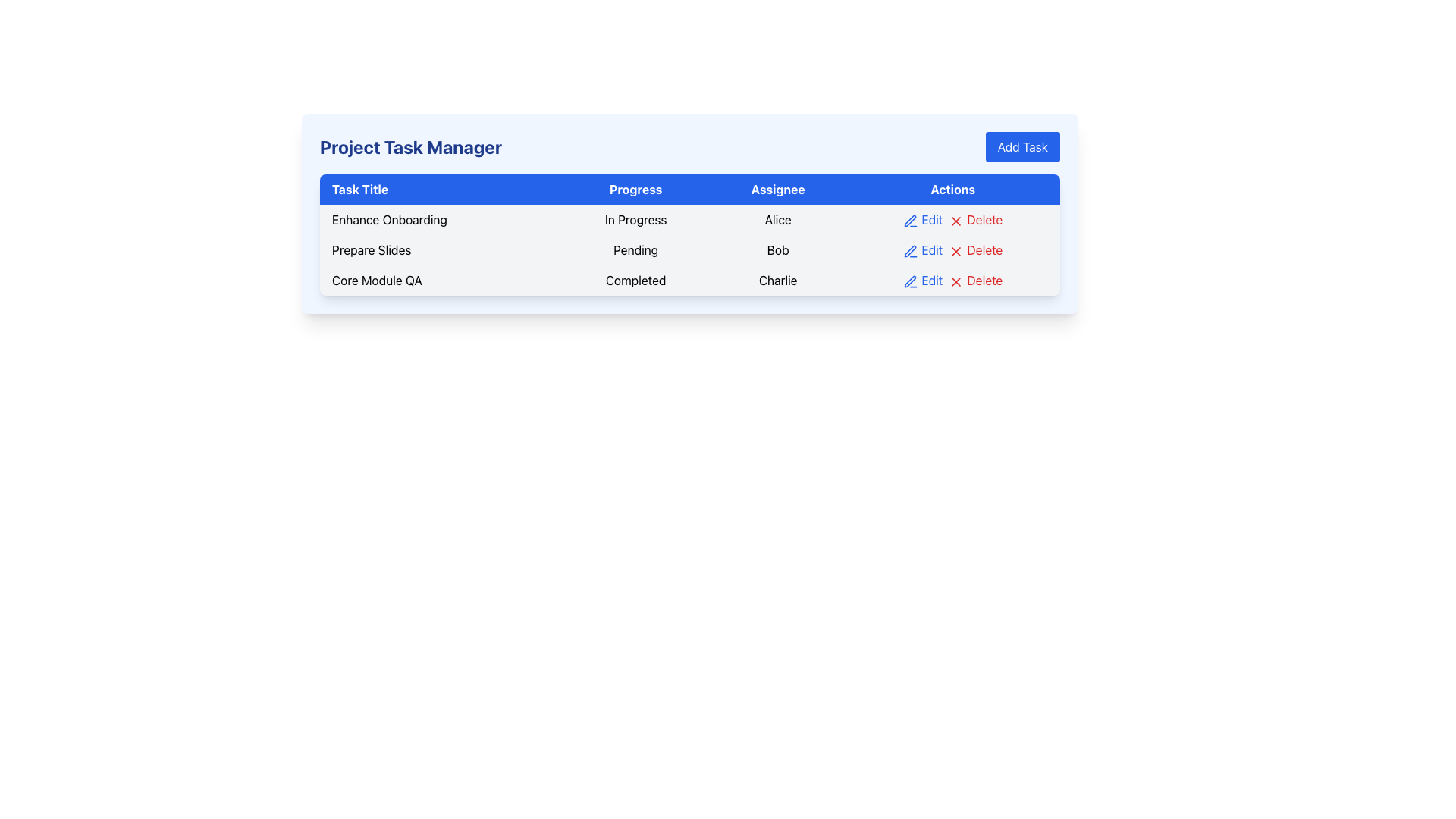  What do you see at coordinates (440, 219) in the screenshot?
I see `the text element labeled 'Enhance Onboarding', which identifies the specific task in the task management interface under the header 'Task Title'` at bounding box center [440, 219].